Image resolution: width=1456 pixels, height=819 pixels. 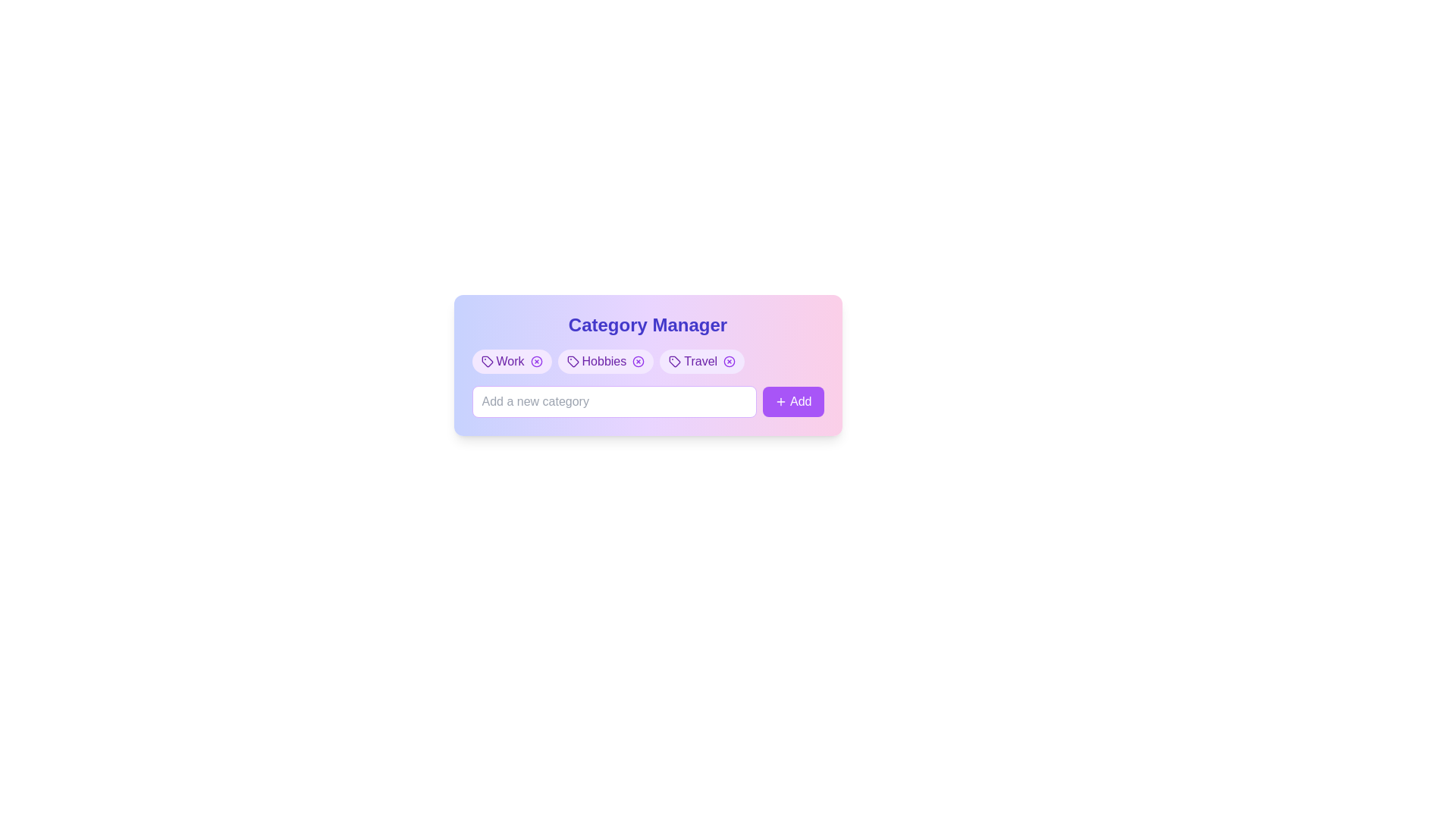 What do you see at coordinates (674, 362) in the screenshot?
I see `the 'Travel' category icon, which is positioned to the left of the text 'Travel' in the 'Category Manager' section` at bounding box center [674, 362].